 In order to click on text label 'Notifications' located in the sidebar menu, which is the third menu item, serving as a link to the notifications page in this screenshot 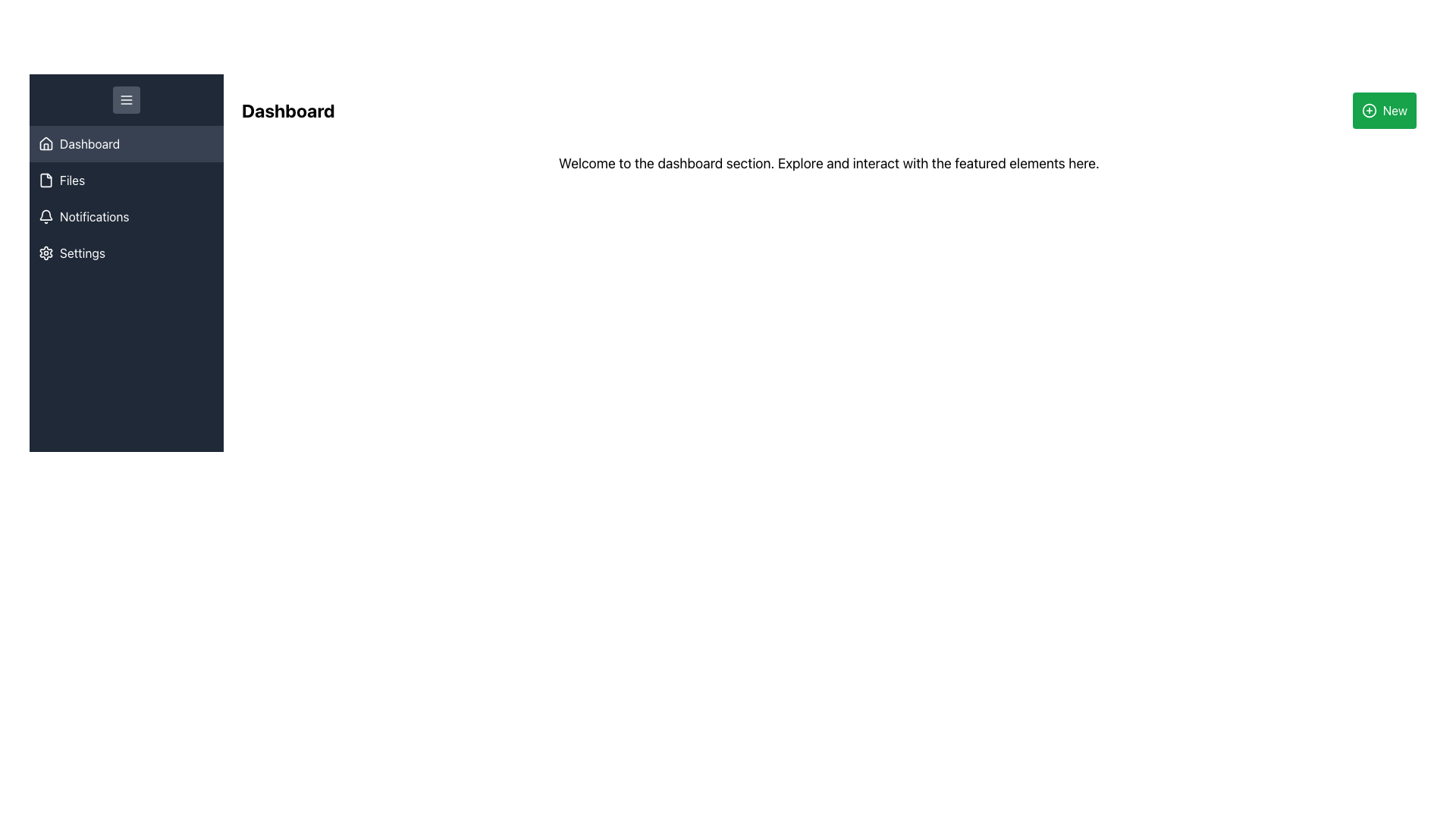, I will do `click(93, 216)`.